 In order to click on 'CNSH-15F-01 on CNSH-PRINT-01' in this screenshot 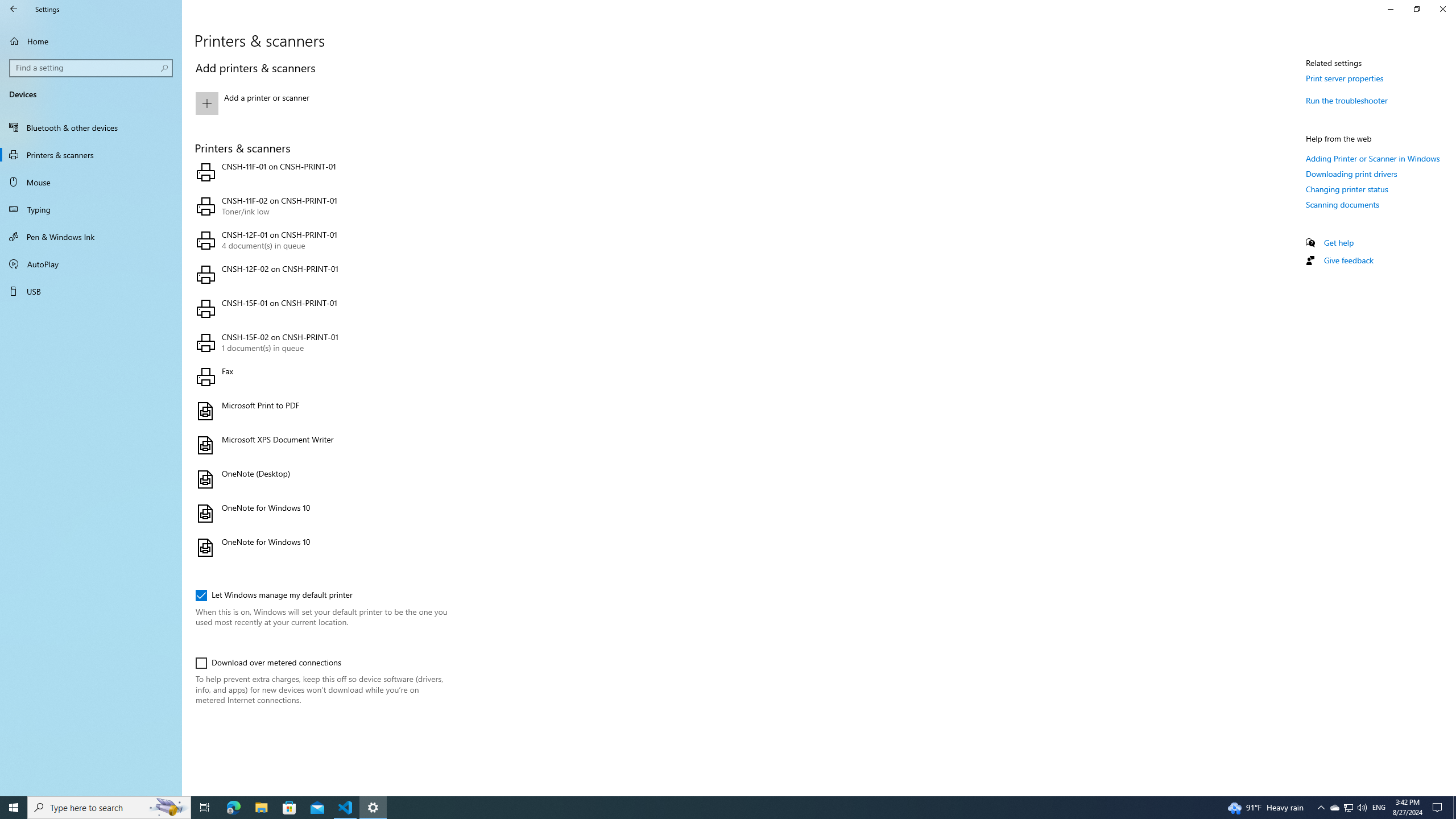, I will do `click(318, 308)`.